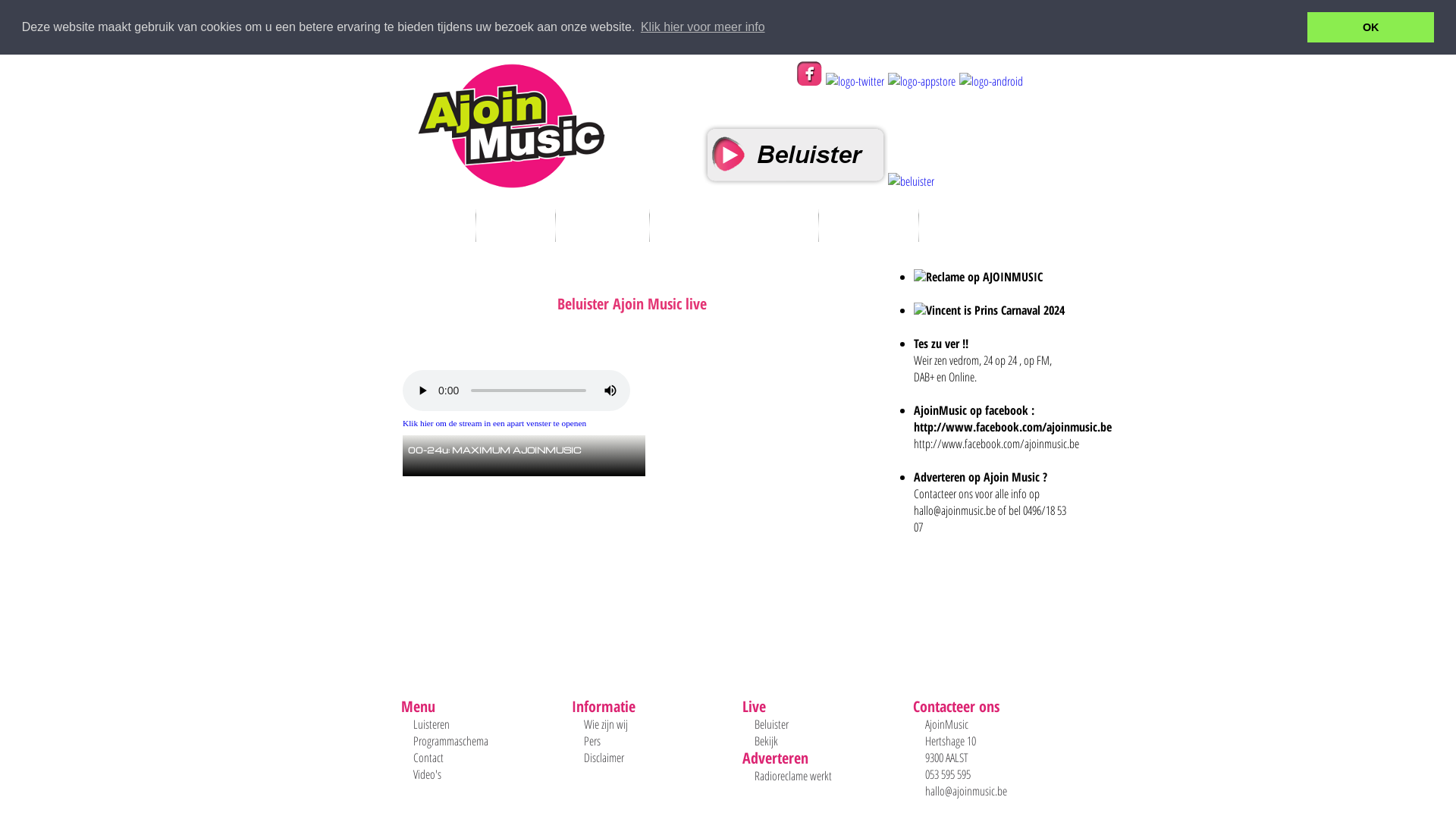  I want to click on 'Video's', so click(413, 774).